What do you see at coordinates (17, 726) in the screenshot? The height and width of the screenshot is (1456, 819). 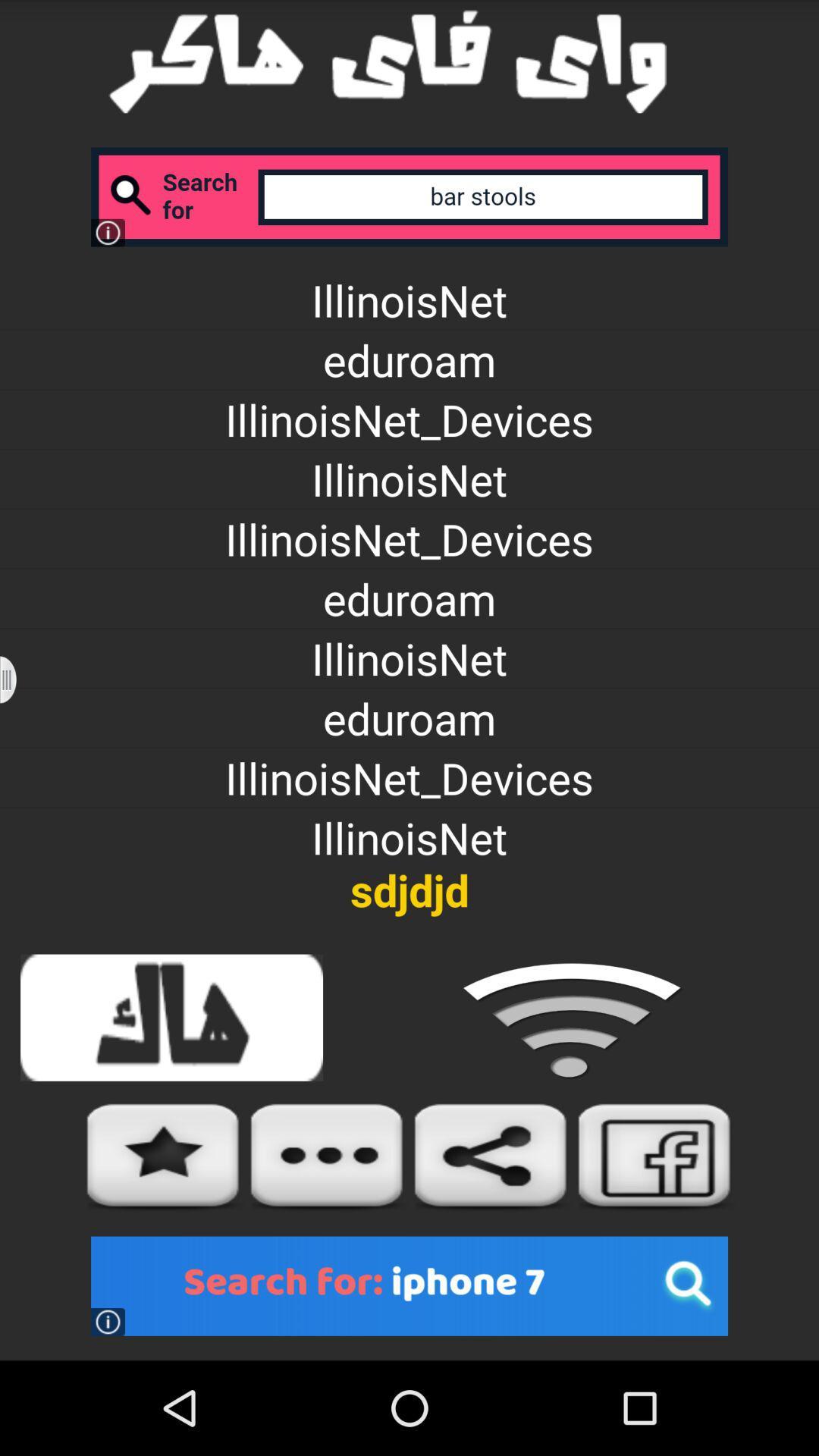 I see `the menu icon` at bounding box center [17, 726].